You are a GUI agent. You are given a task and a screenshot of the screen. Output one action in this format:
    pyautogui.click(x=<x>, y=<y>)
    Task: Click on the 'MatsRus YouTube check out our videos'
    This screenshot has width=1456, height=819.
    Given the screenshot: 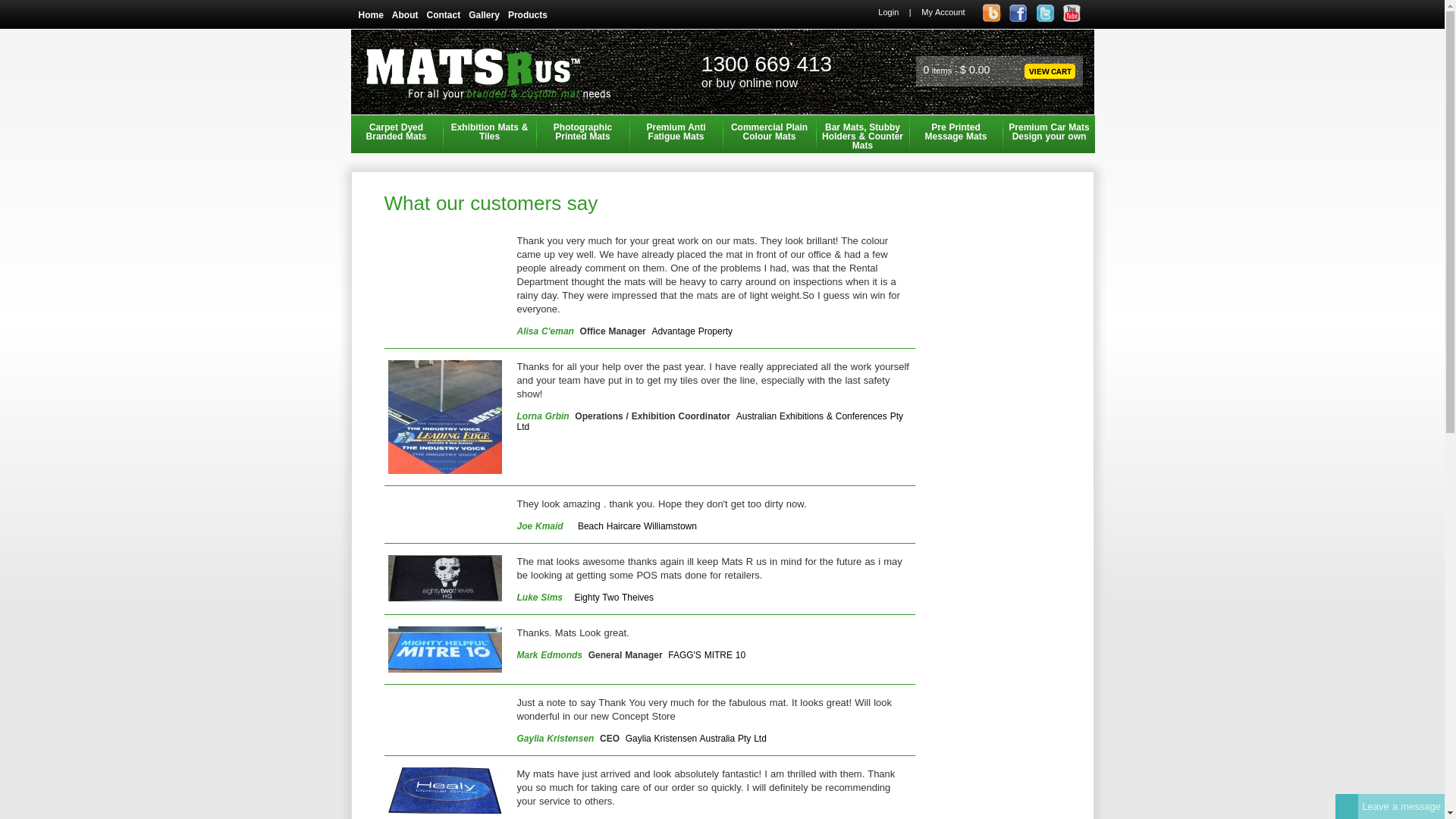 What is the action you would take?
    pyautogui.click(x=1070, y=13)
    